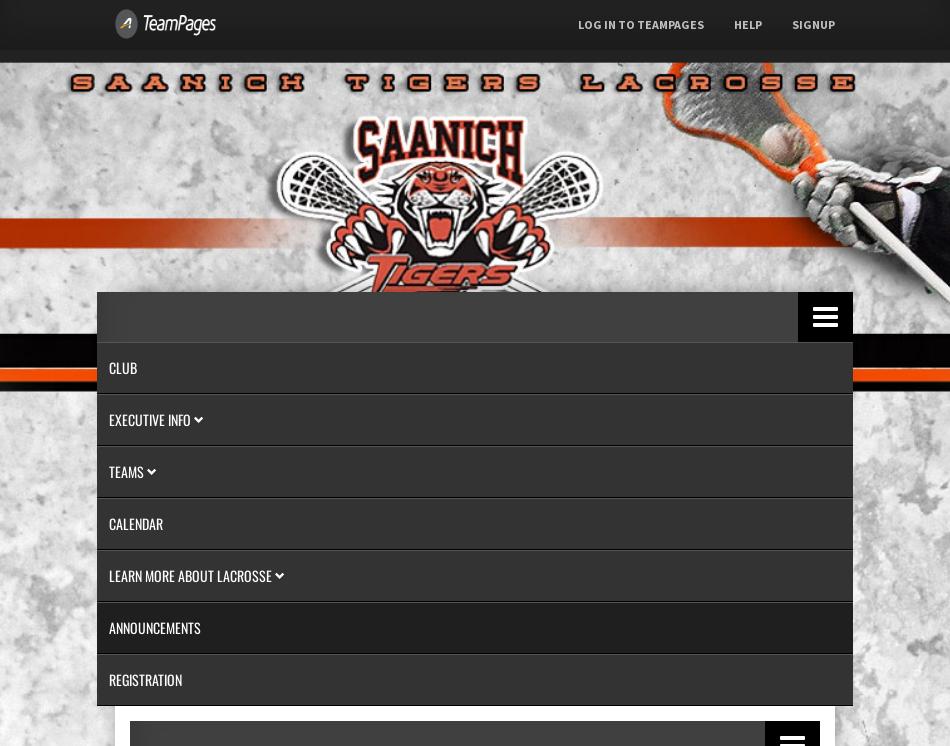 The height and width of the screenshot is (746, 950). What do you see at coordinates (151, 418) in the screenshot?
I see `'Executive Info'` at bounding box center [151, 418].